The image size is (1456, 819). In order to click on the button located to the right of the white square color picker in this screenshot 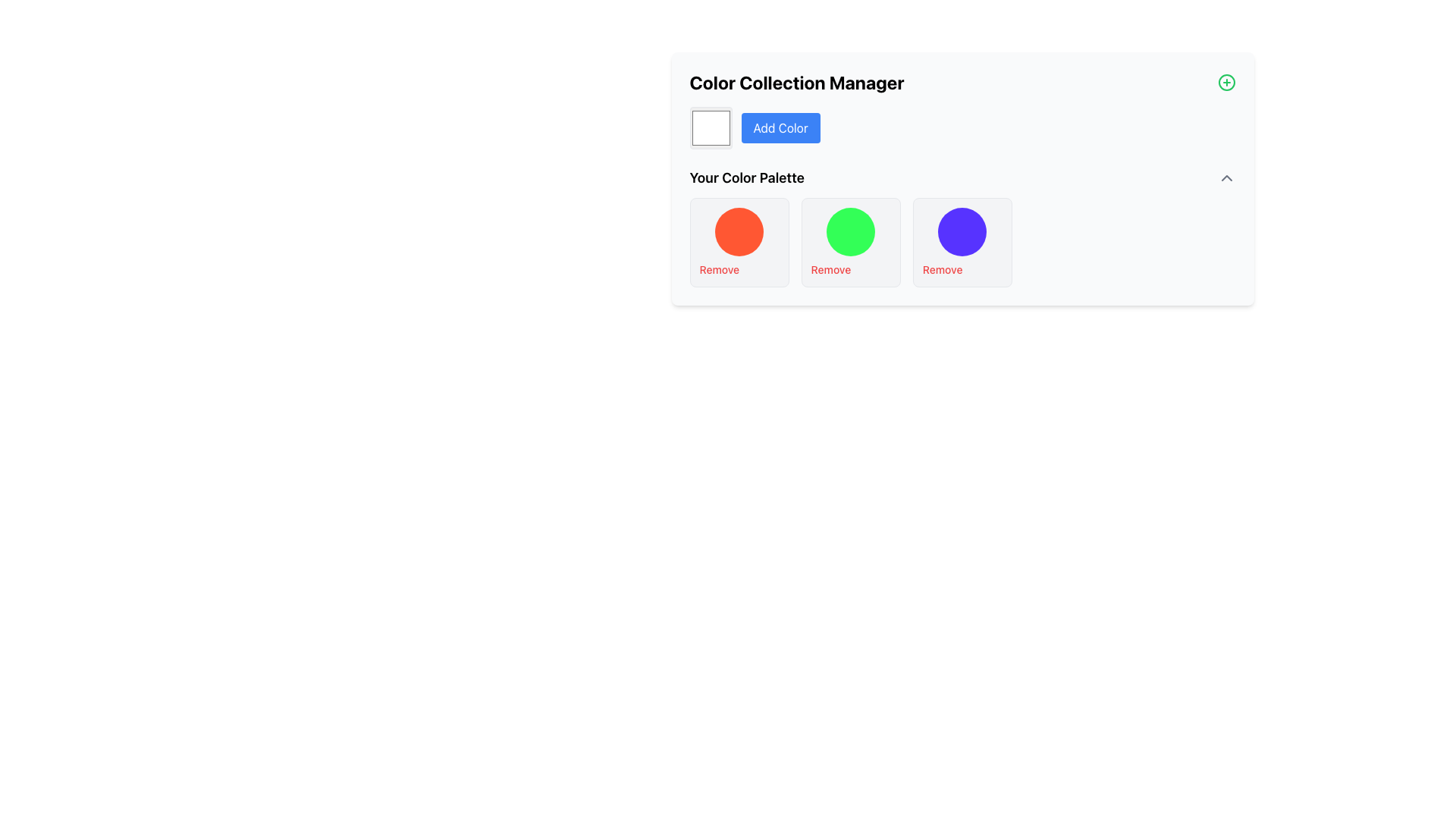, I will do `click(780, 127)`.